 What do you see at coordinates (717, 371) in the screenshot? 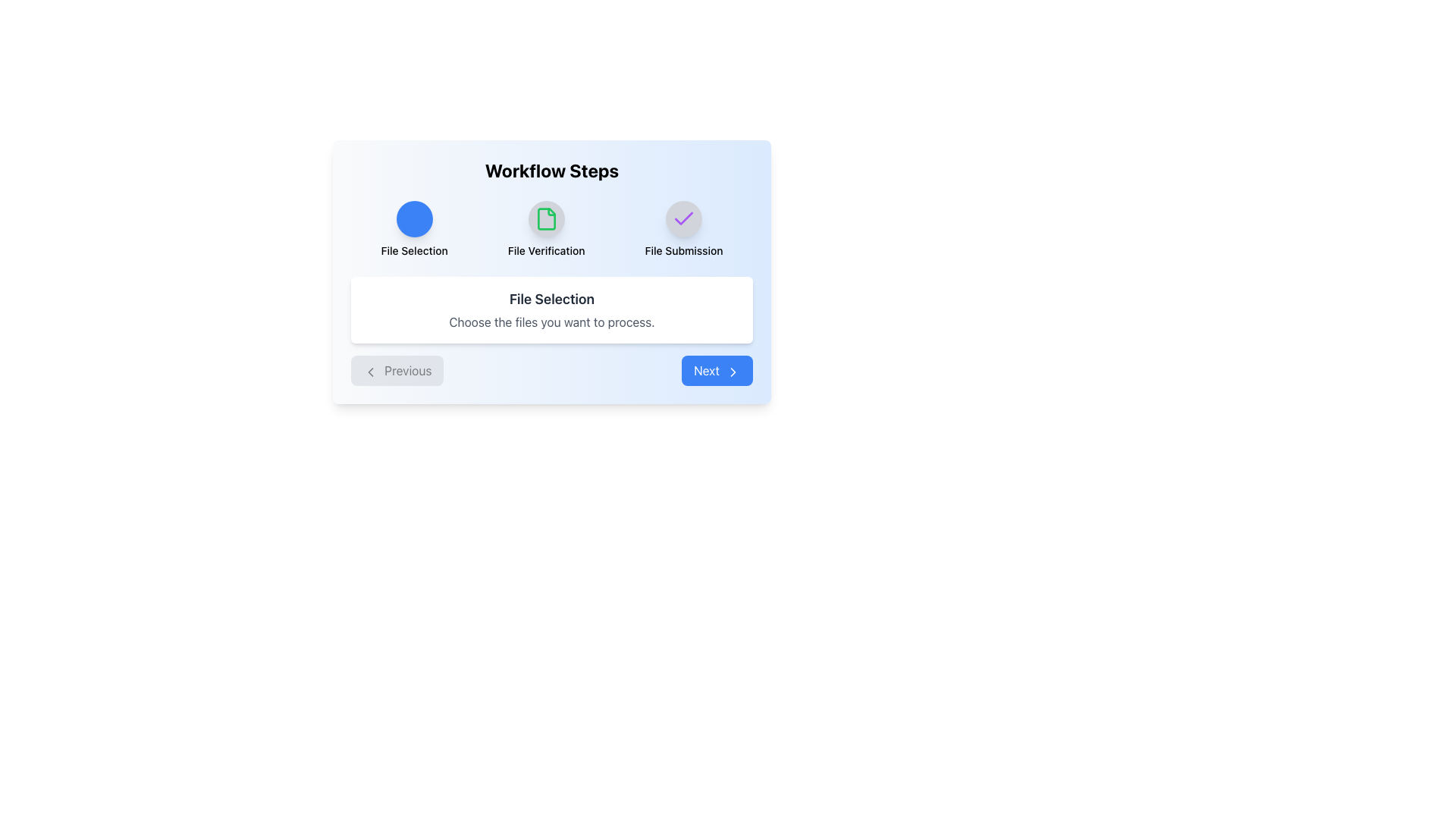
I see `the rectangular 'Next' button with white text on a blue background` at bounding box center [717, 371].